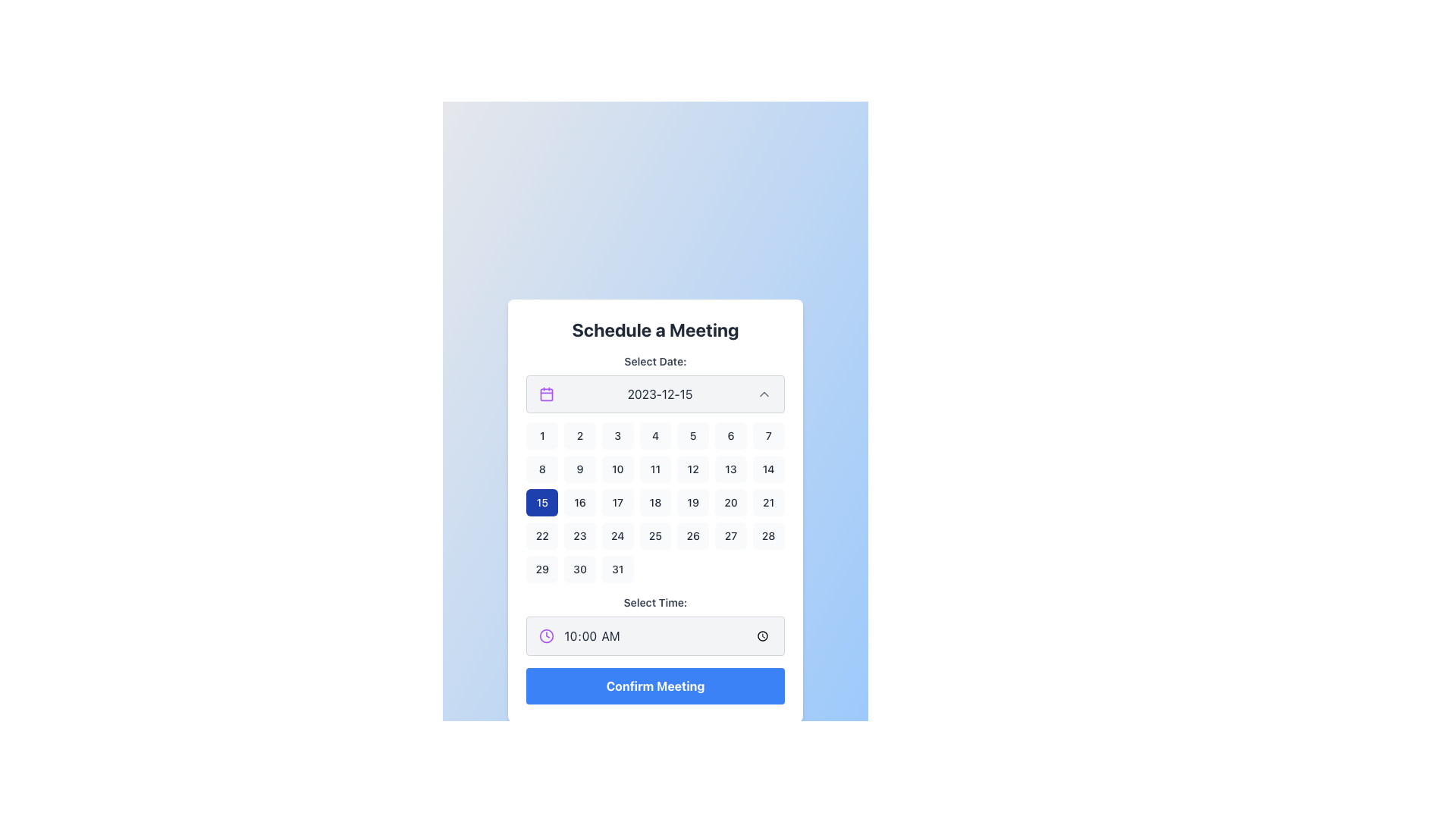  What do you see at coordinates (731, 468) in the screenshot?
I see `the button labeled '13' with a light gray background in the date-picker interface` at bounding box center [731, 468].